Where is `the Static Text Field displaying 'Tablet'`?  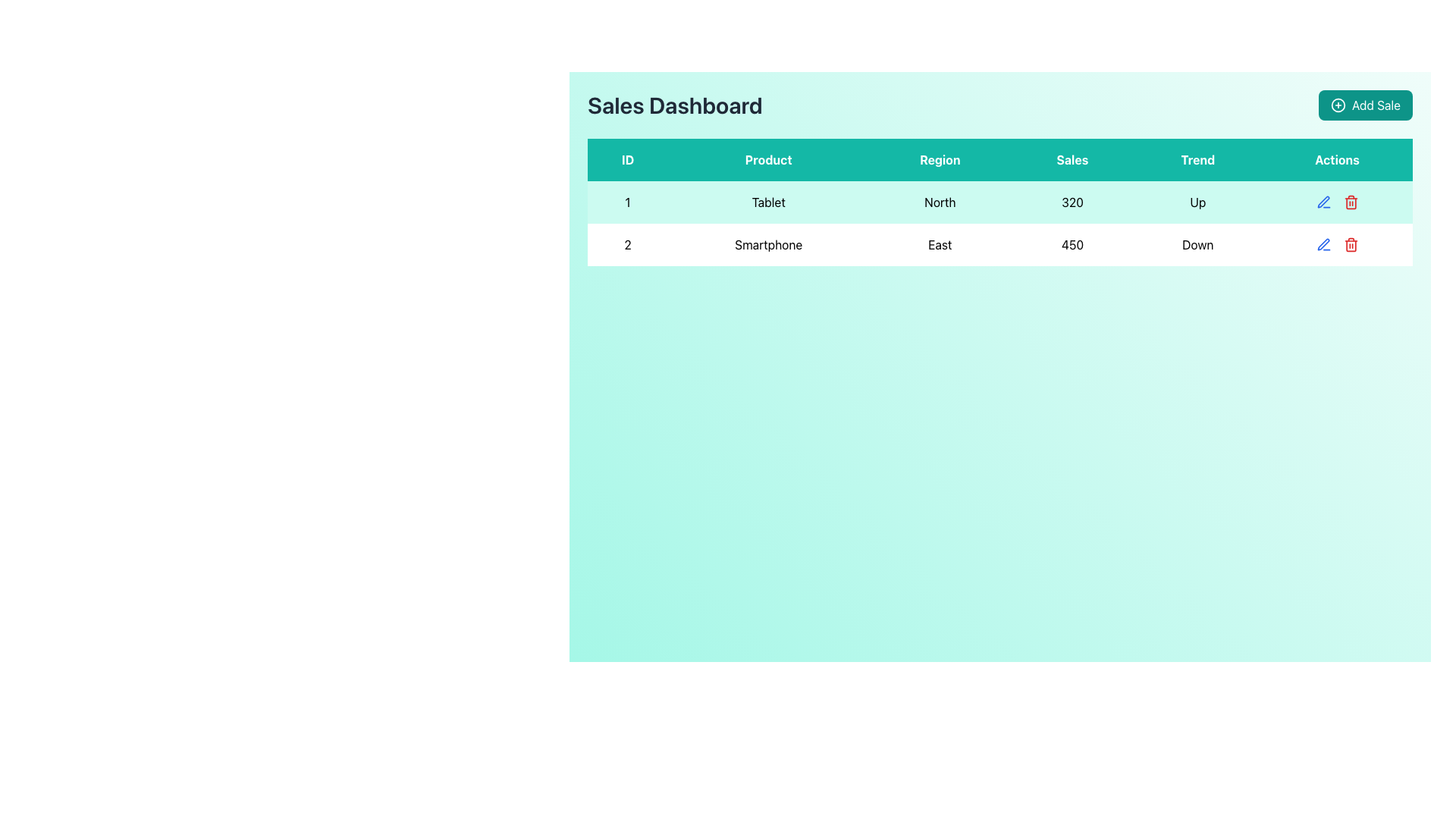 the Static Text Field displaying 'Tablet' is located at coordinates (768, 201).